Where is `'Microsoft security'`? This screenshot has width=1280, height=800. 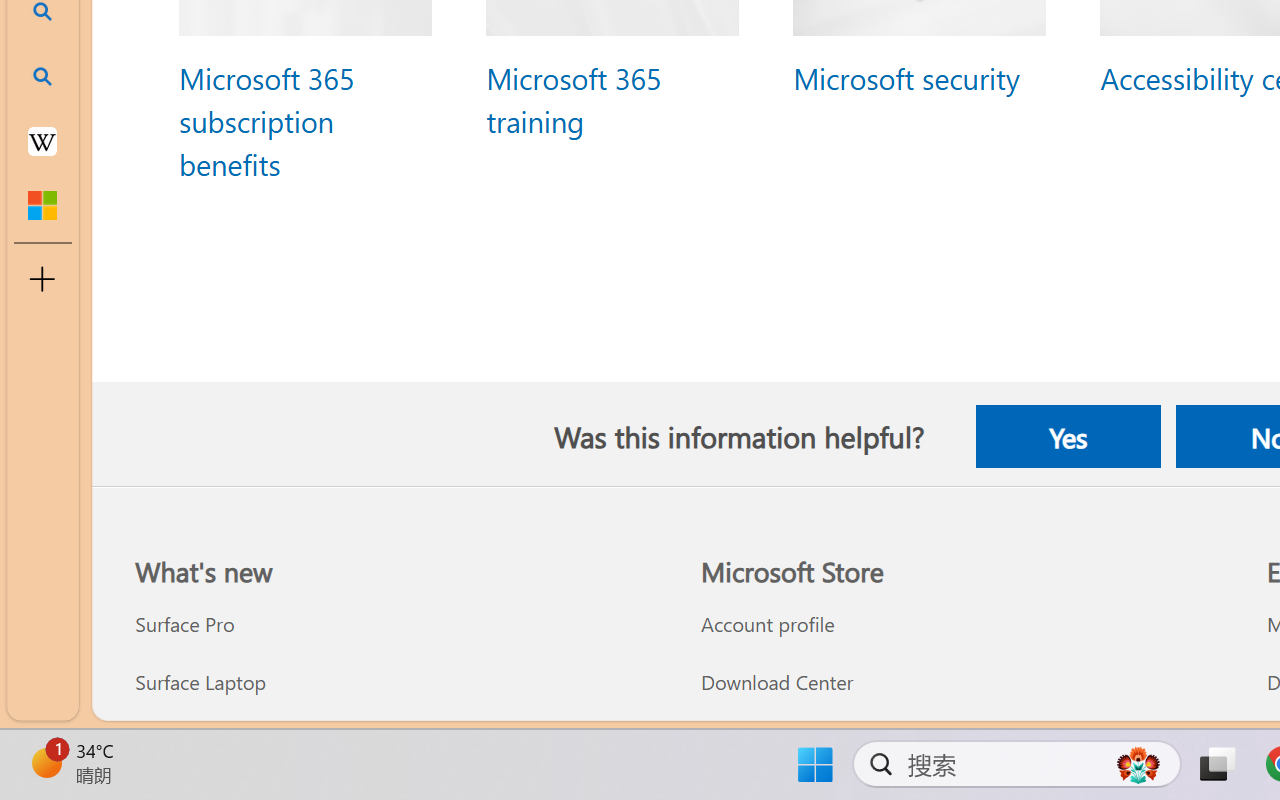
'Microsoft security' is located at coordinates (904, 77).